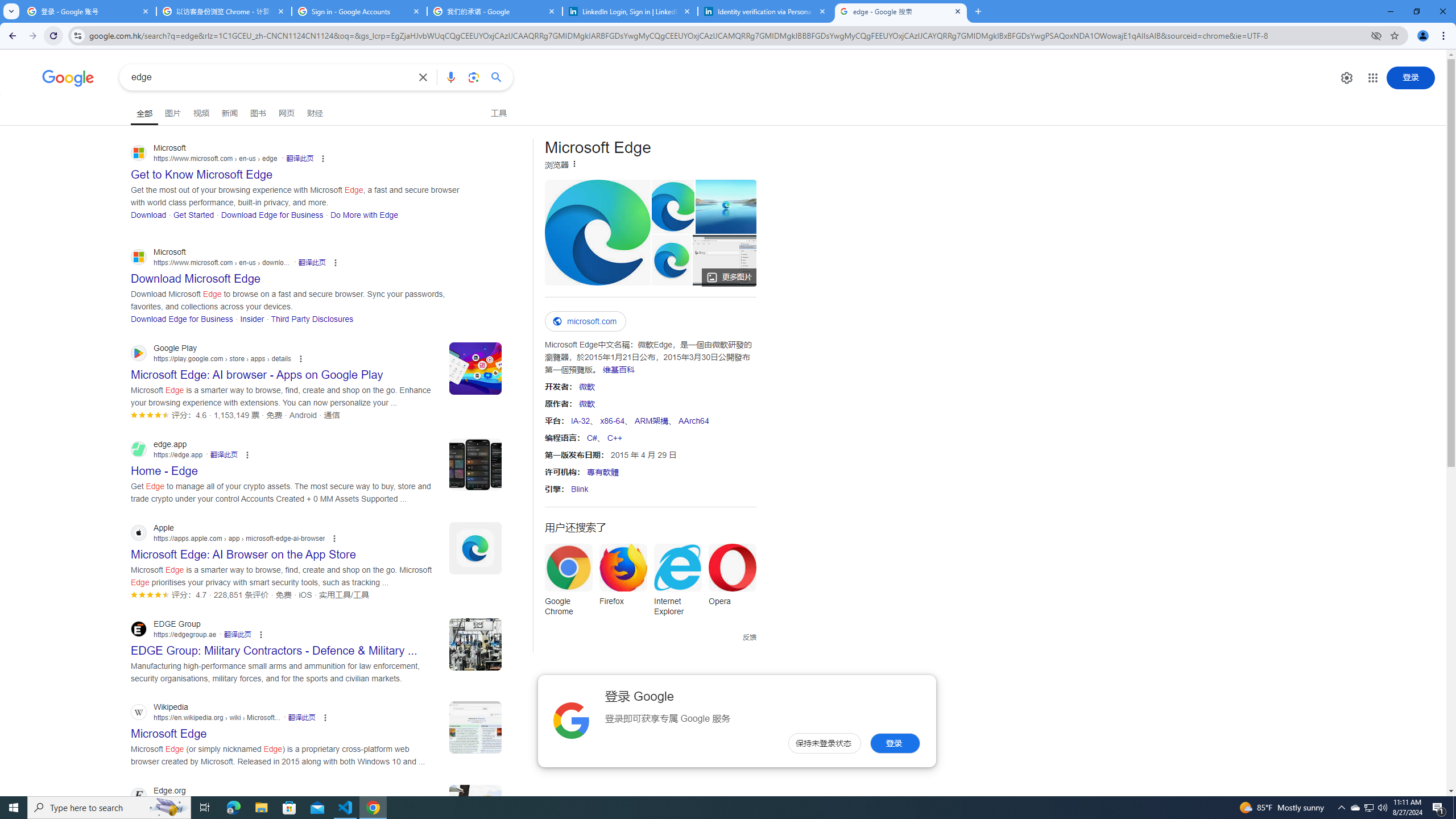 Image resolution: width=1456 pixels, height=819 pixels. Describe the element at coordinates (585, 321) in the screenshot. I see `'microsoft.com'` at that location.